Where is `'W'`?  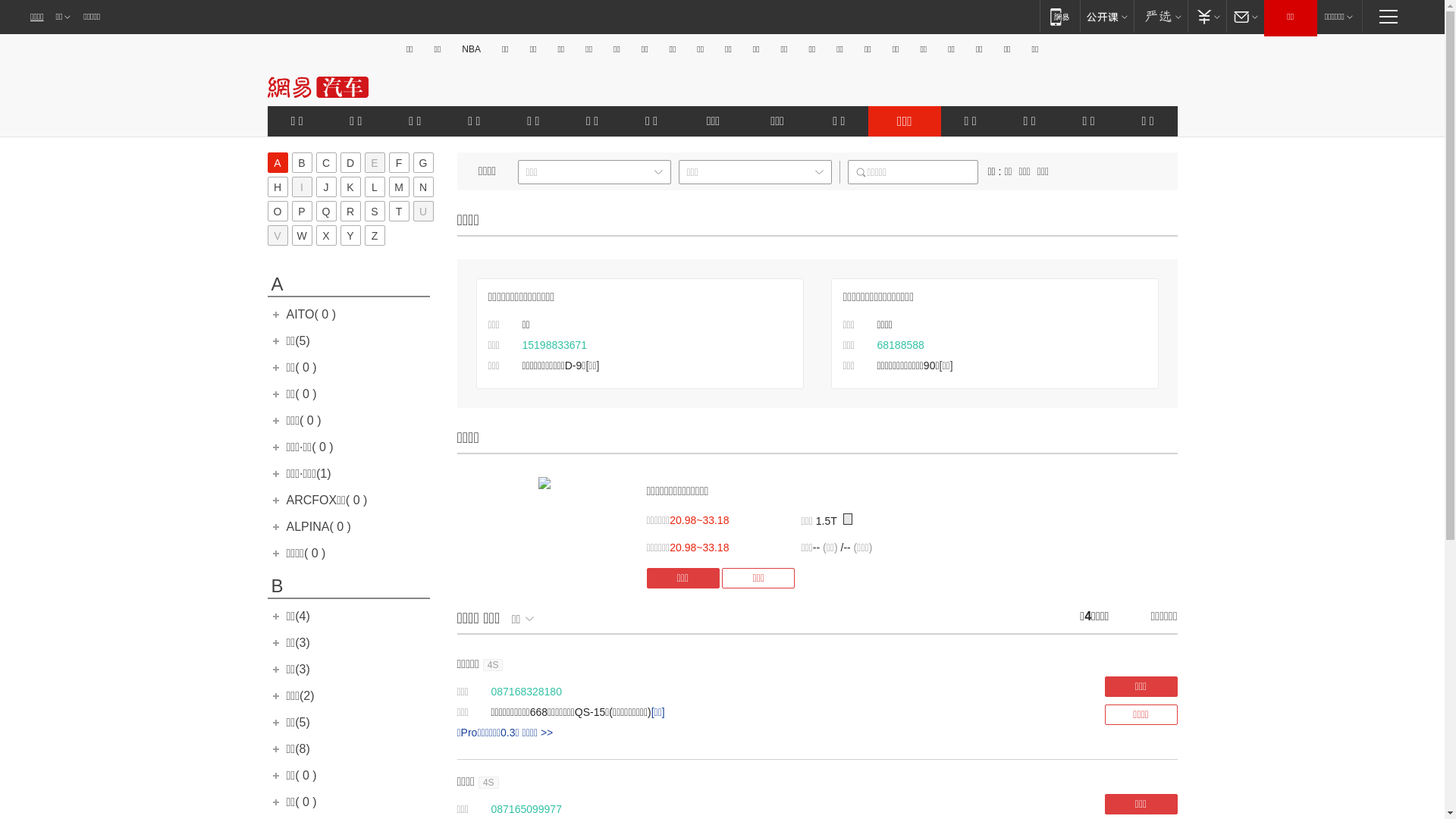
'W' is located at coordinates (301, 235).